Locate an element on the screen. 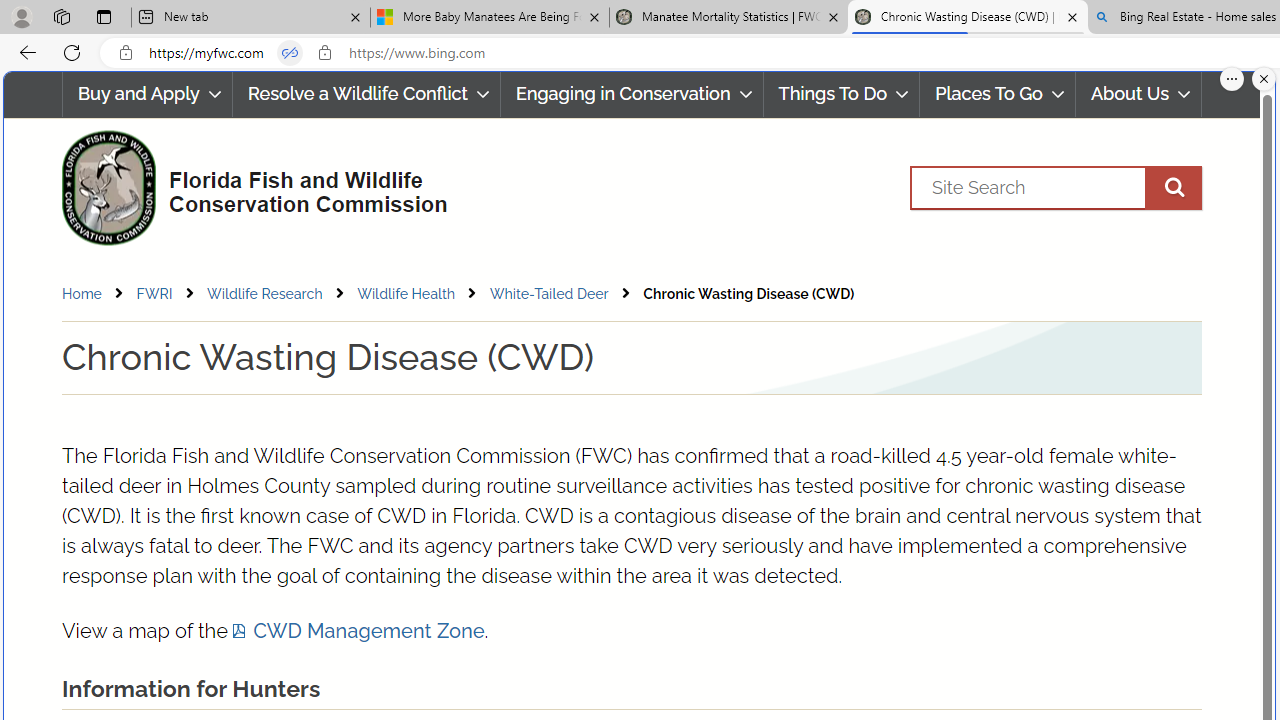 The width and height of the screenshot is (1280, 720). 'Resolve a Wildlife Conflict' is located at coordinates (366, 94).